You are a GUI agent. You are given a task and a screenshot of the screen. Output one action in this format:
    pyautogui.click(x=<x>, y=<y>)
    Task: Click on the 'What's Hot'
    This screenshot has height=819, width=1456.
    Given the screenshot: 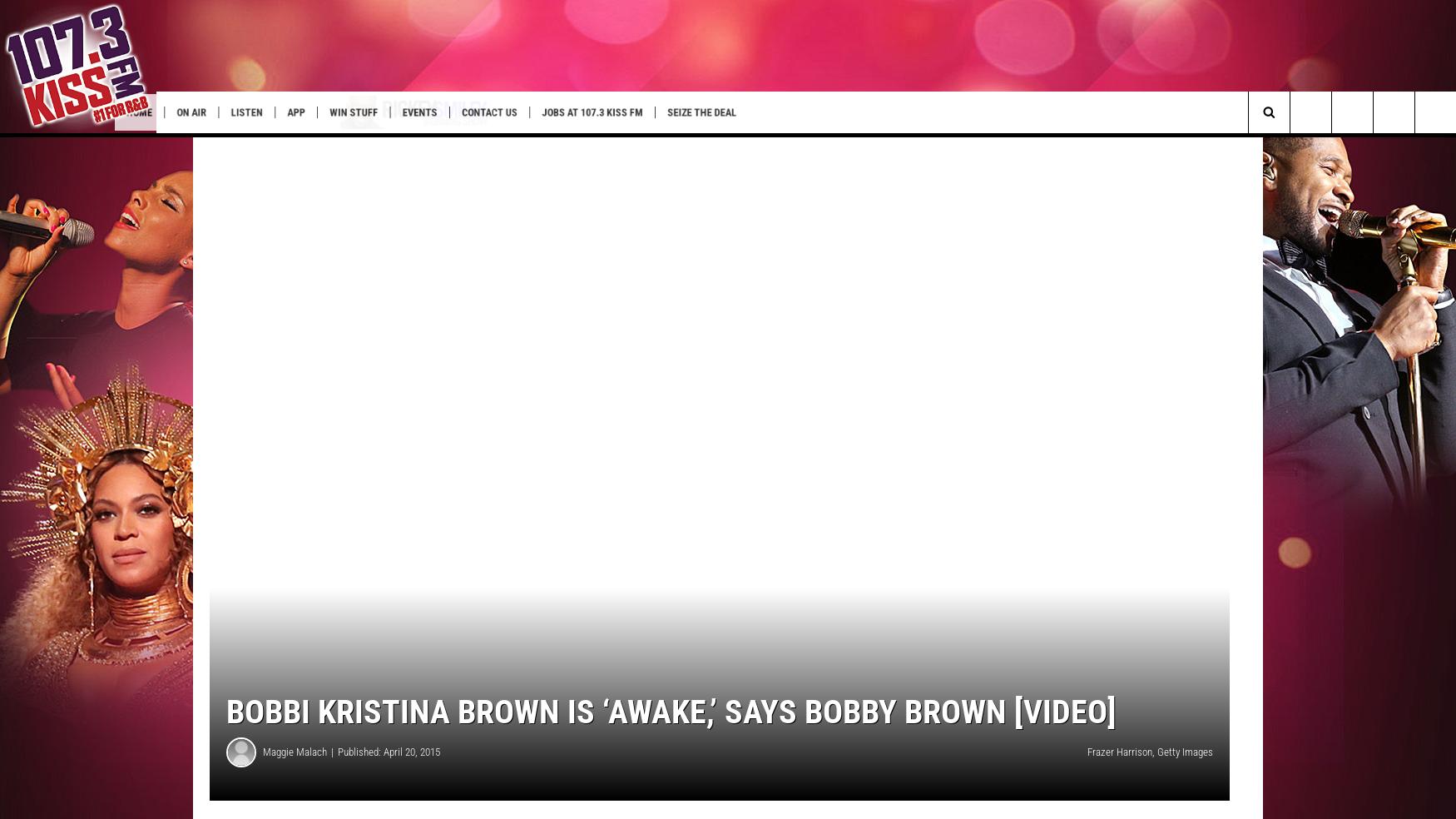 What is the action you would take?
    pyautogui.click(x=41, y=146)
    